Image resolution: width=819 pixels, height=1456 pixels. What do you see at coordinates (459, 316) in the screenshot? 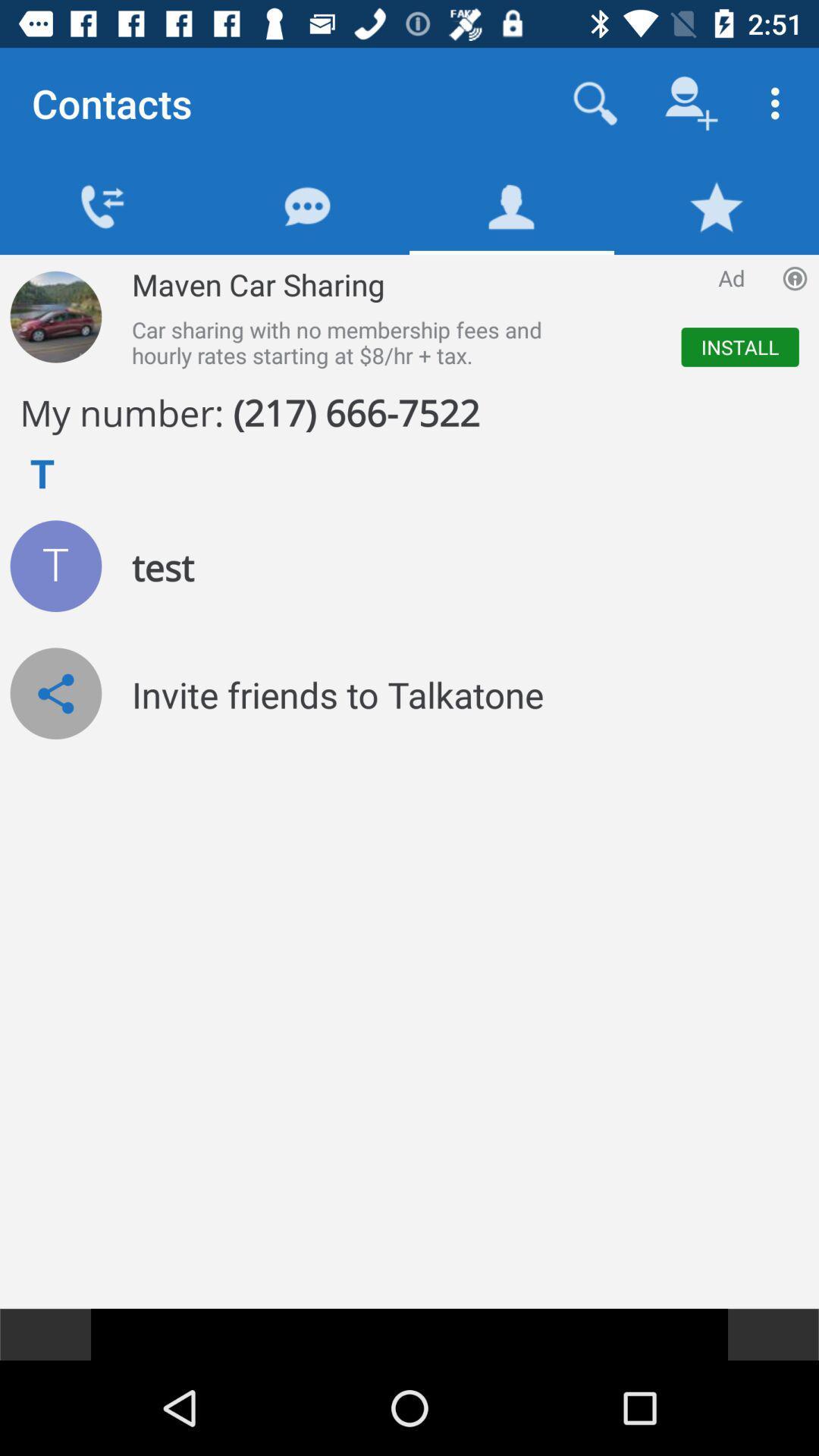
I see `the advertisement` at bounding box center [459, 316].